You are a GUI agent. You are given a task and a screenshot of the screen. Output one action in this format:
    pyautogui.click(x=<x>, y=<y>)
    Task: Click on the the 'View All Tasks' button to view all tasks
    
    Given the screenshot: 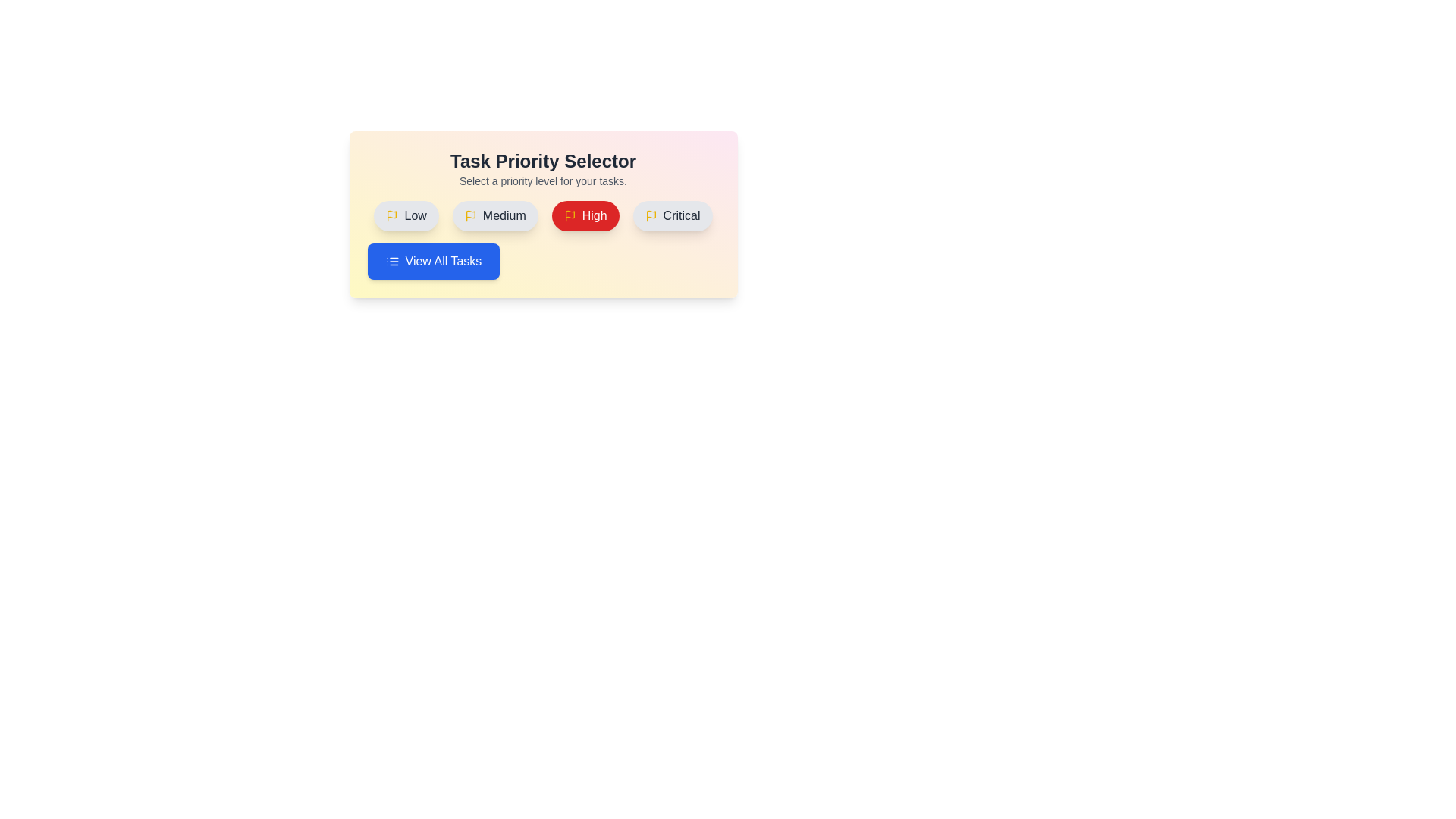 What is the action you would take?
    pyautogui.click(x=432, y=260)
    